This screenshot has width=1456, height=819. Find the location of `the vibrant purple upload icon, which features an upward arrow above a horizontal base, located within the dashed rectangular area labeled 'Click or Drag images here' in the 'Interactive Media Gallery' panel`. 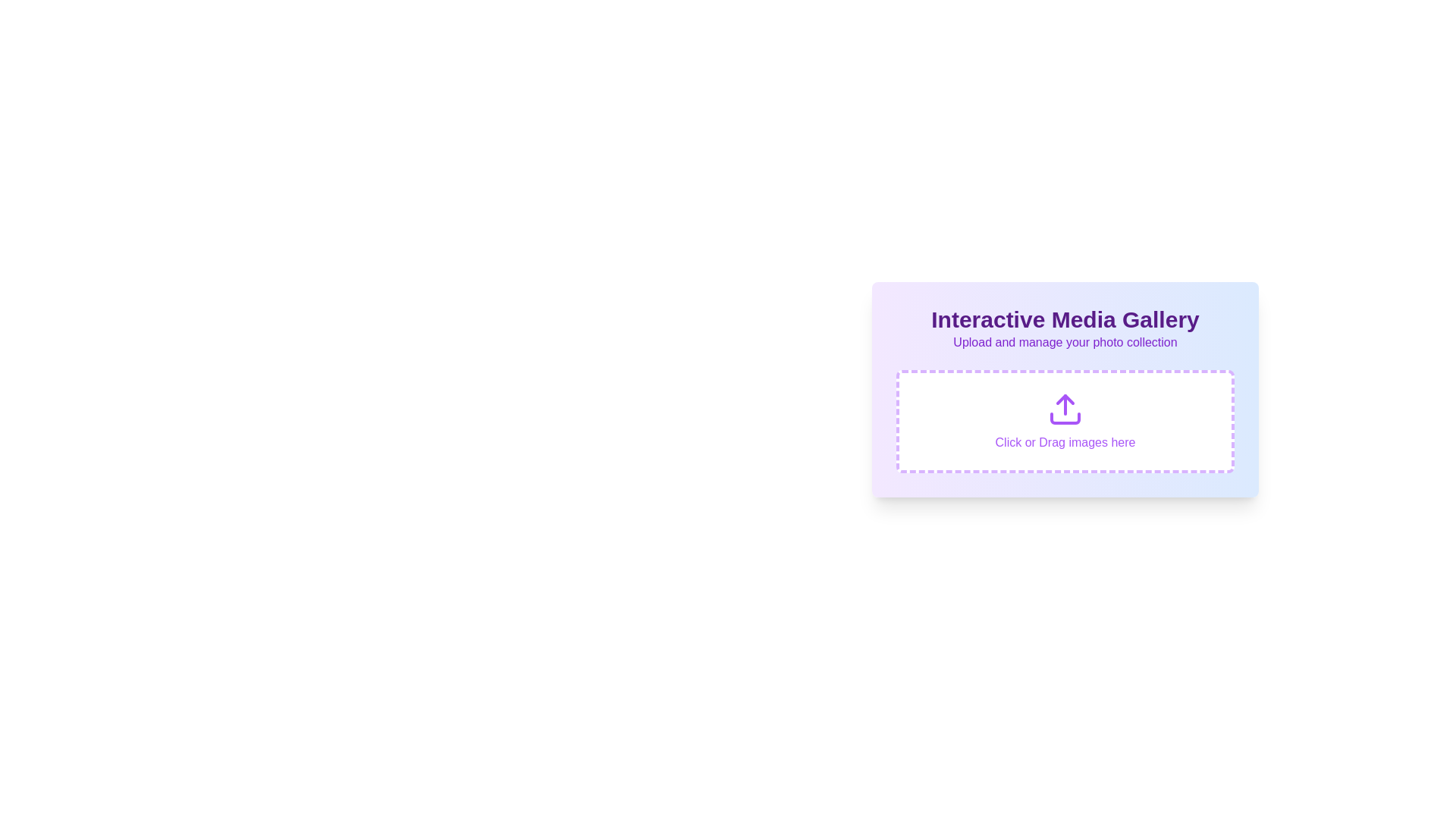

the vibrant purple upload icon, which features an upward arrow above a horizontal base, located within the dashed rectangular area labeled 'Click or Drag images here' in the 'Interactive Media Gallery' panel is located at coordinates (1065, 409).